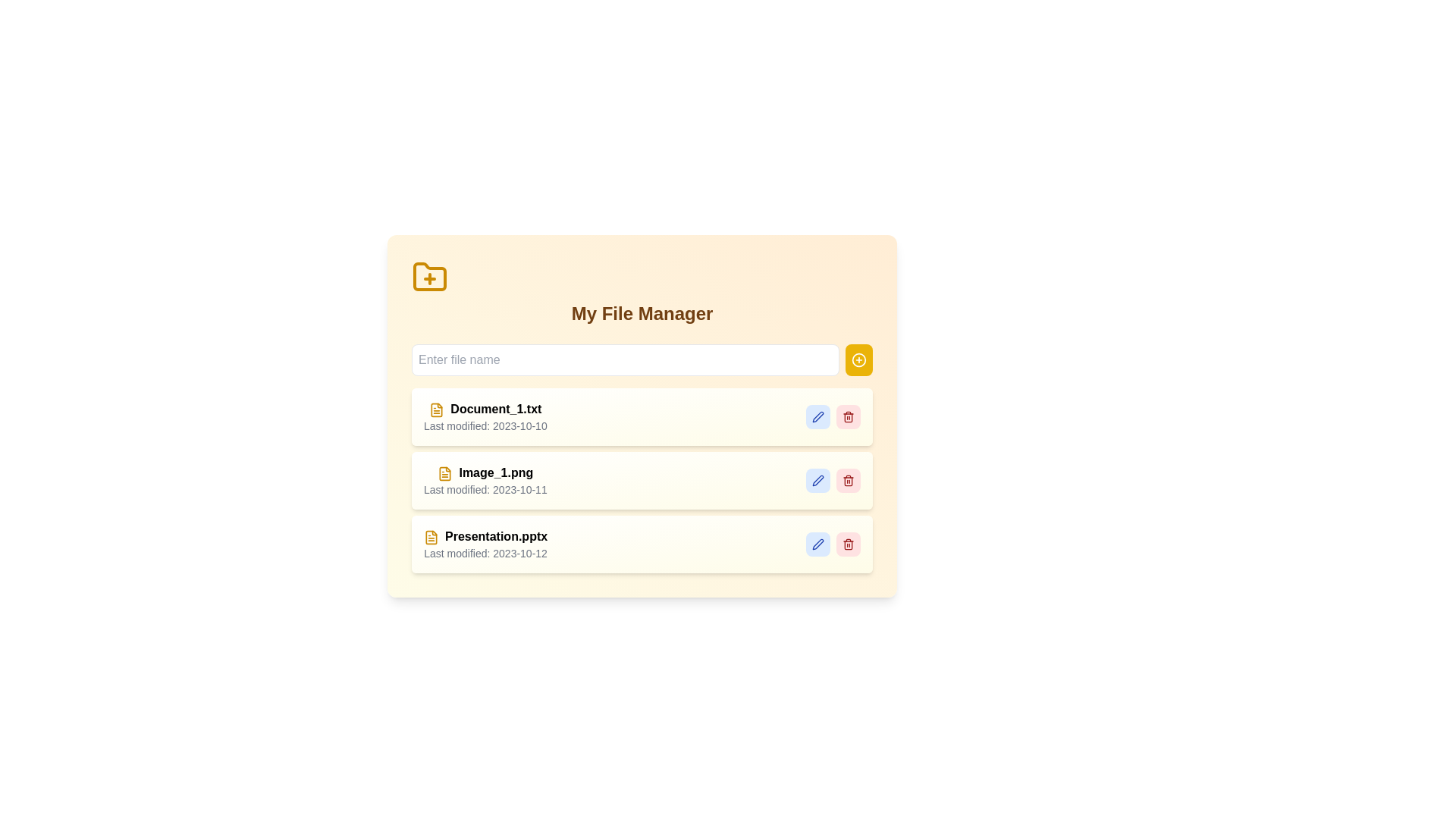 The image size is (1456, 819). Describe the element at coordinates (496, 408) in the screenshot. I see `the bold text label displaying the filename 'Document_1.txt'` at that location.